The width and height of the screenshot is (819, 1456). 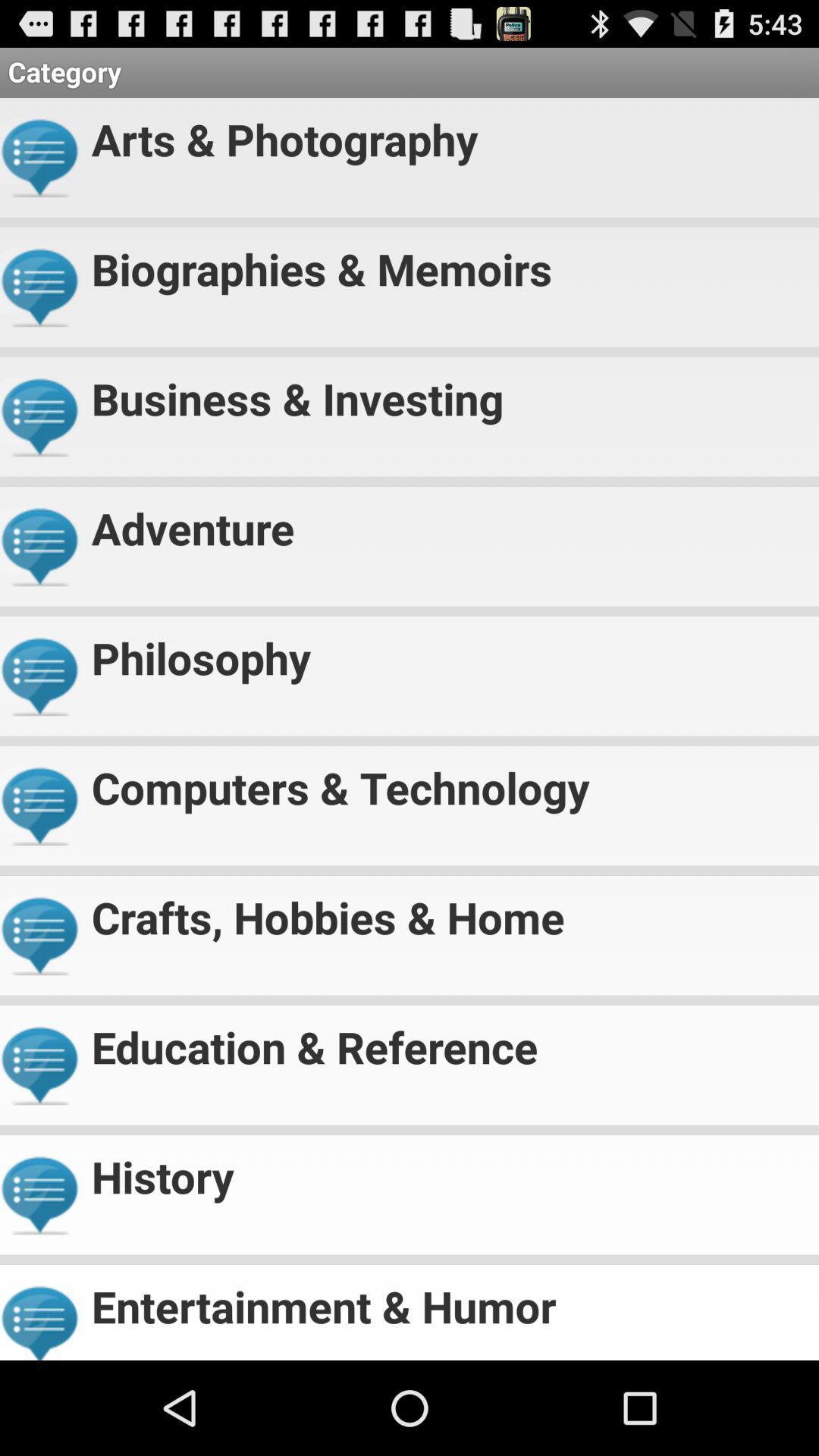 I want to click on the education & reference icon, so click(x=448, y=1040).